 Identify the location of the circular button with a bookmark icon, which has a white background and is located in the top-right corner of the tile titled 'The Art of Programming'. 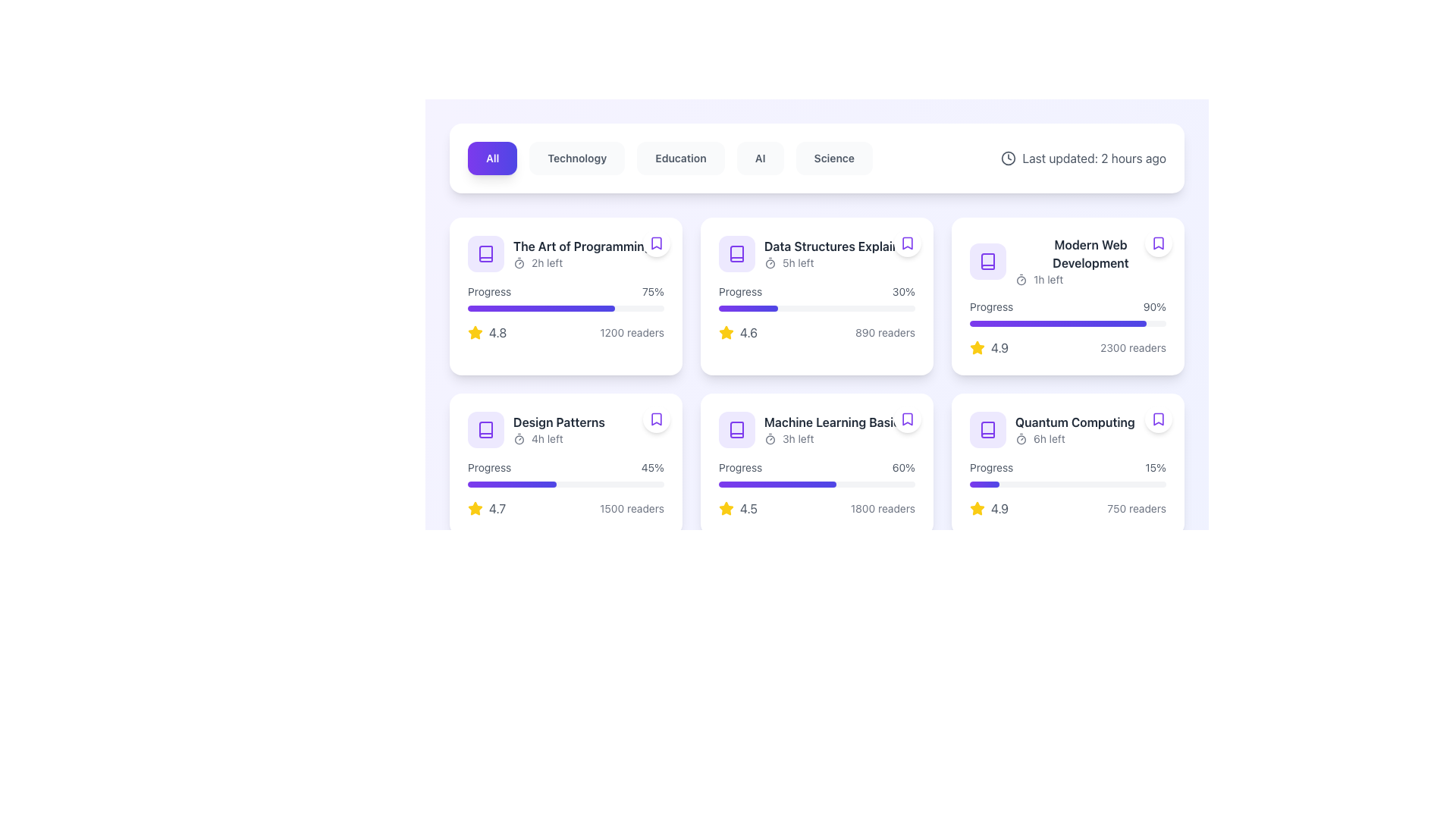
(656, 242).